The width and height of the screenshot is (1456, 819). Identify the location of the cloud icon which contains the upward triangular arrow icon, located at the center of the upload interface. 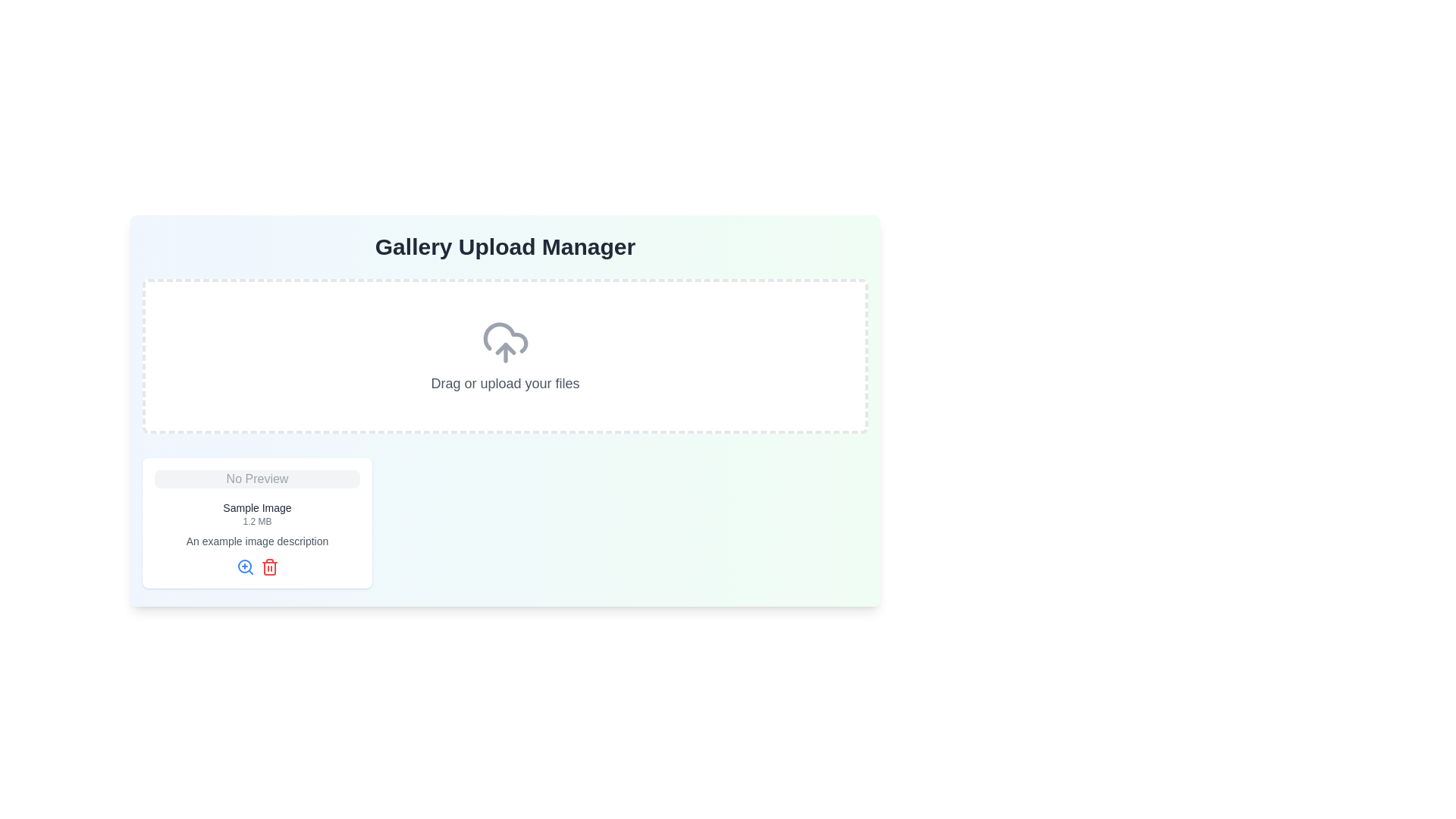
(505, 348).